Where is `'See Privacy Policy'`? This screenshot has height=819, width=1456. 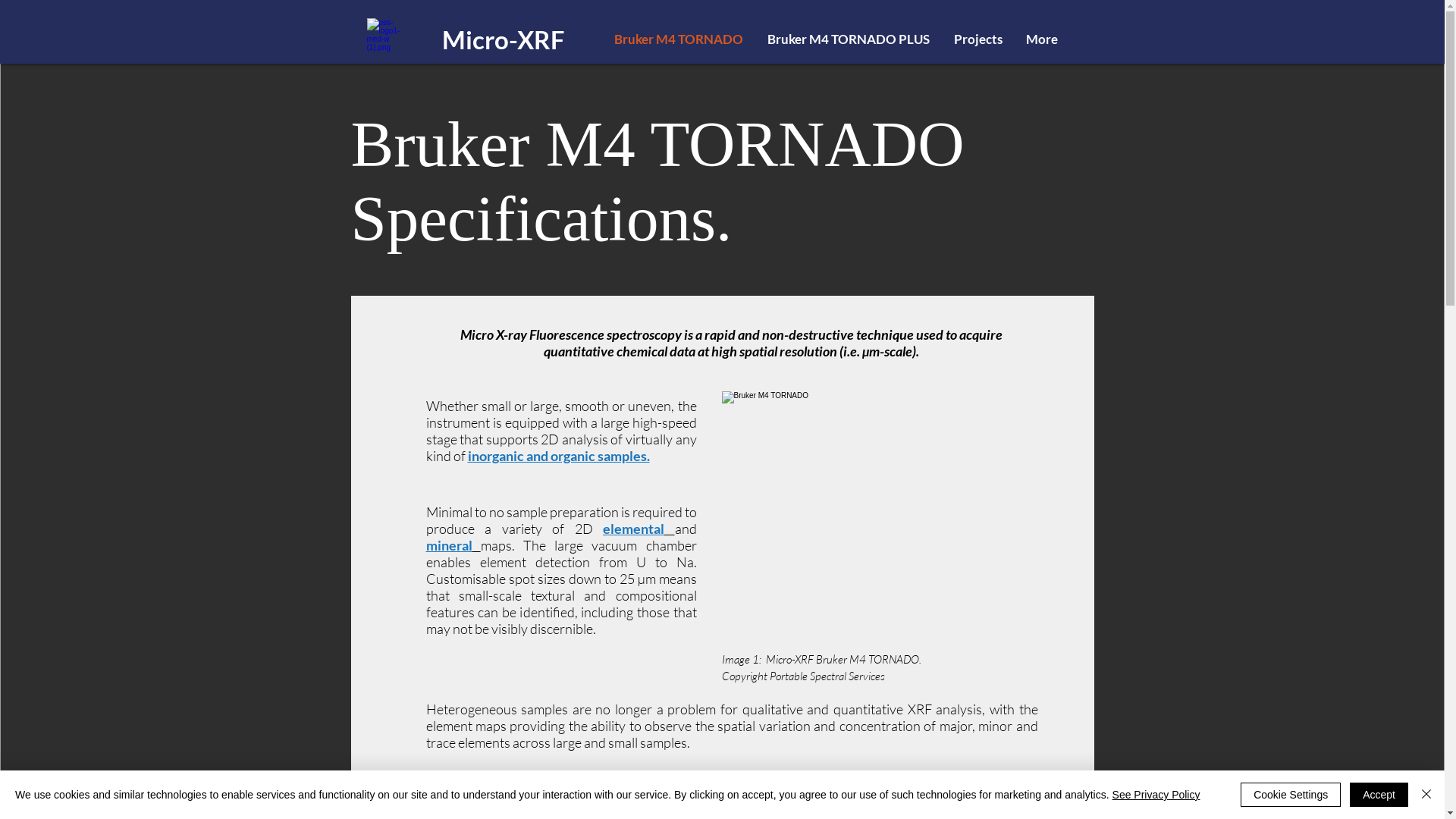
'See Privacy Policy' is located at coordinates (1156, 794).